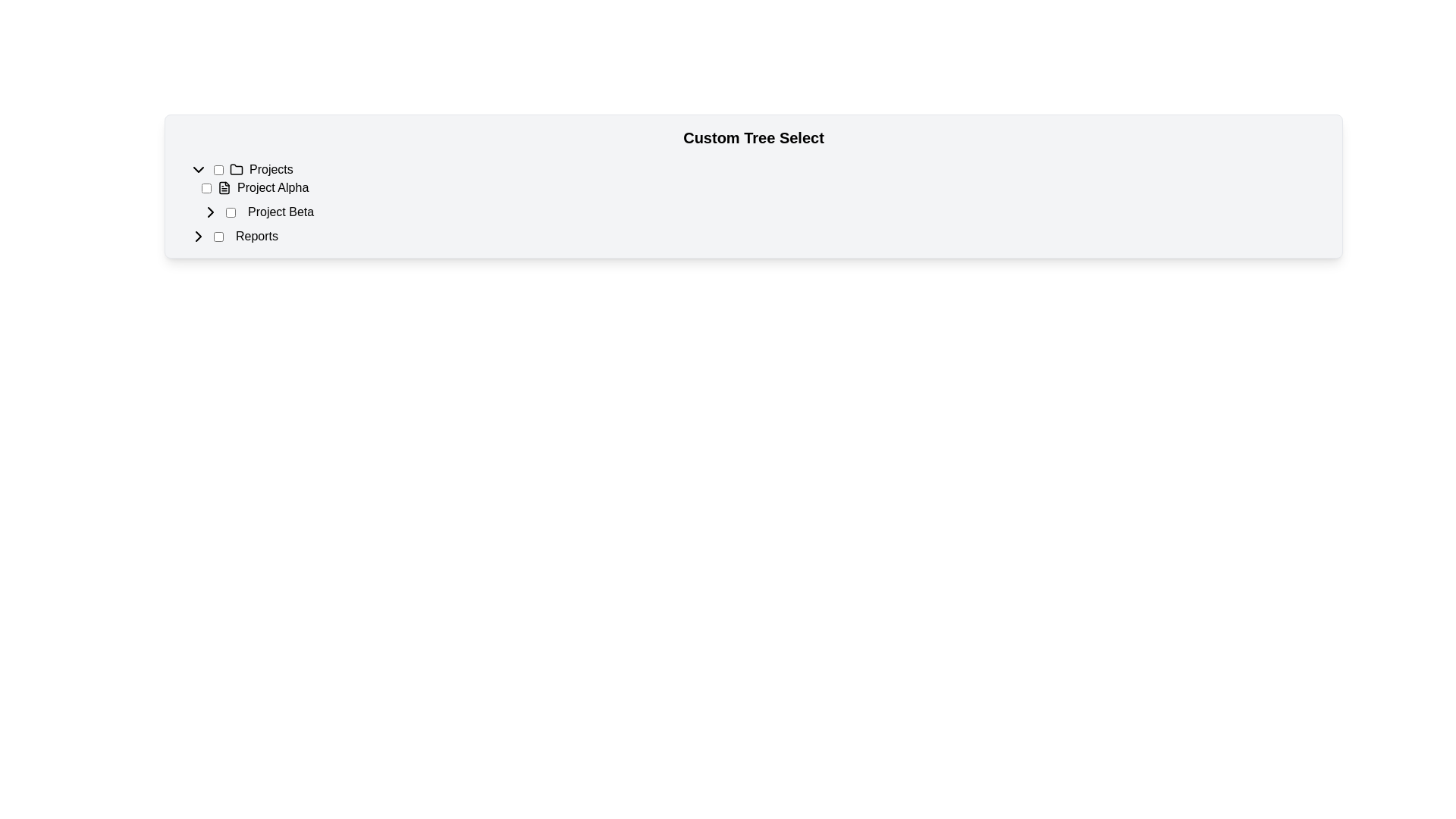 This screenshot has width=1456, height=819. What do you see at coordinates (198, 237) in the screenshot?
I see `the right-oriented chevron arrow icon, which is located to the left of the 'Project Beta' text in a hierarchical tree structure` at bounding box center [198, 237].